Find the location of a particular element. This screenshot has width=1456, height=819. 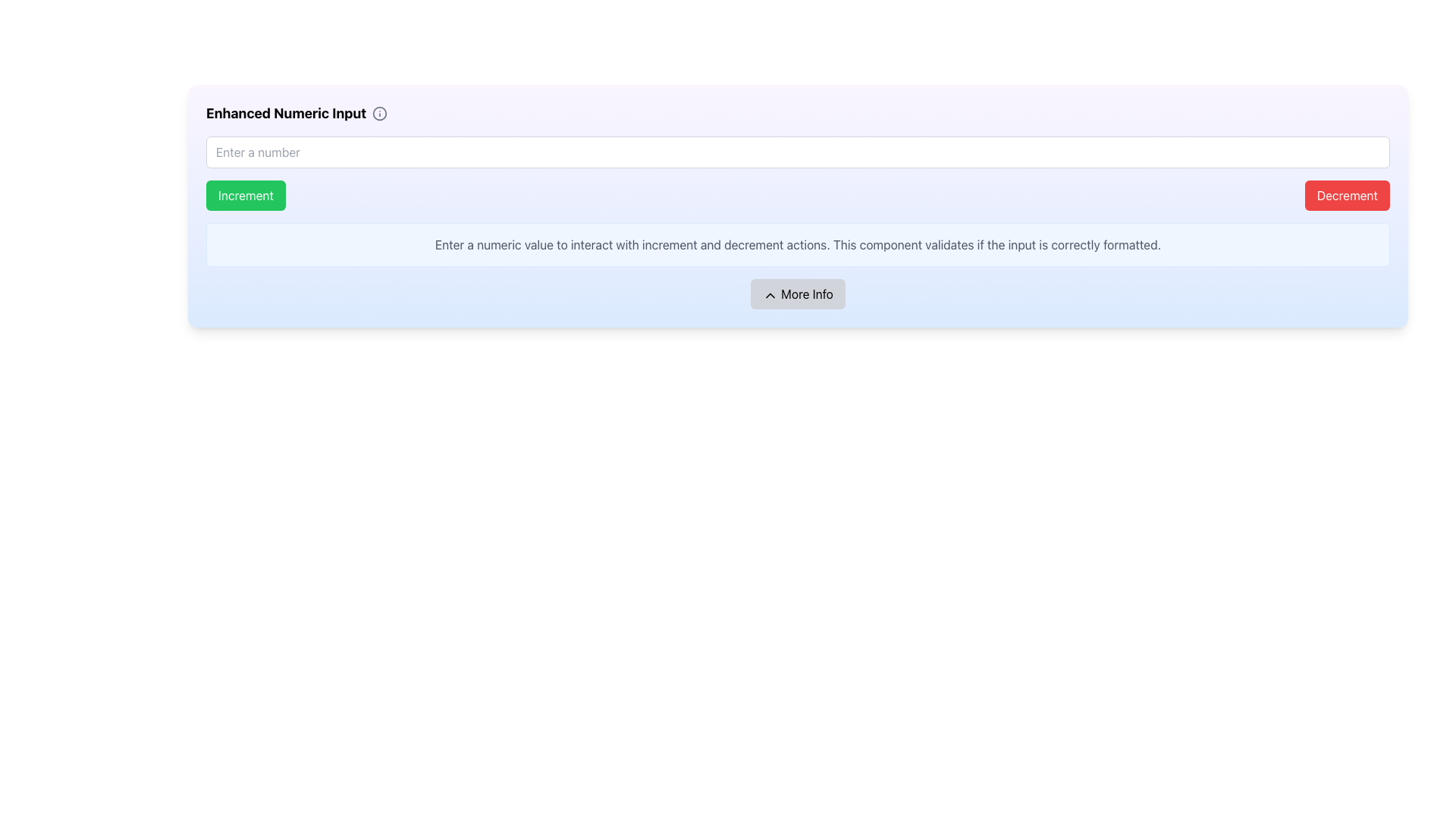

the 'Decrement' button, which is located on the far right of the horizontal layout of buttons, to observe the hover effect is located at coordinates (1347, 195).